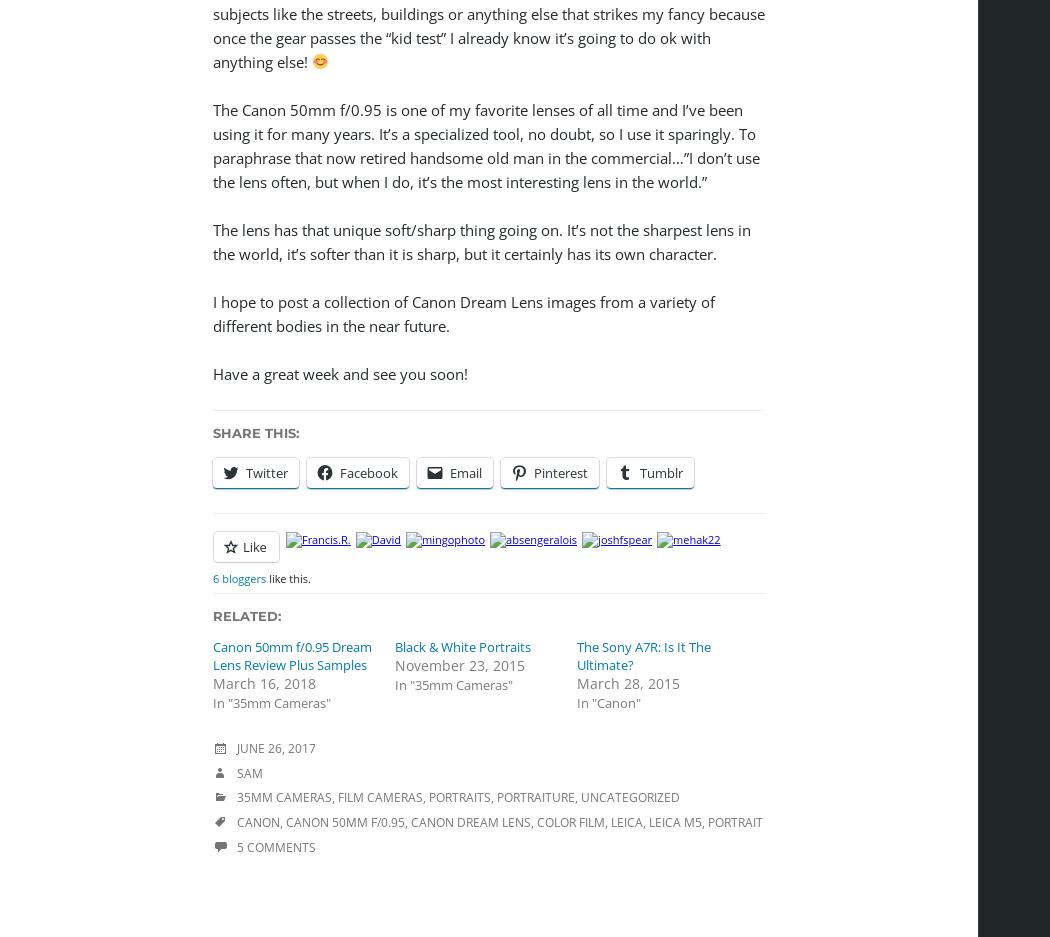  What do you see at coordinates (380, 796) in the screenshot?
I see `'Film Cameras'` at bounding box center [380, 796].